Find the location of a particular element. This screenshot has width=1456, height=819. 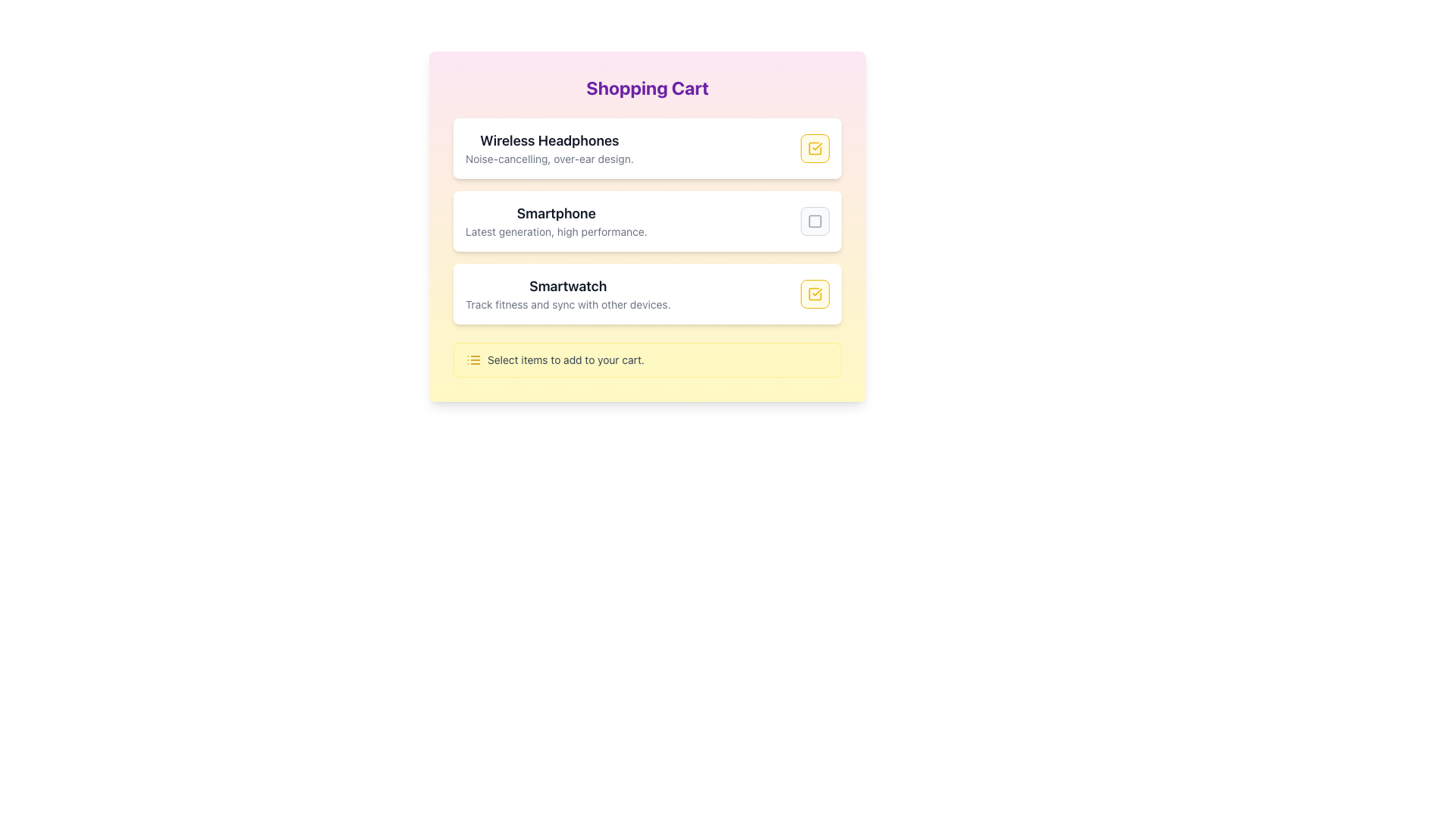

the yellow list icon located to the left of the text 'Select items to add to your cart.' is located at coordinates (472, 359).